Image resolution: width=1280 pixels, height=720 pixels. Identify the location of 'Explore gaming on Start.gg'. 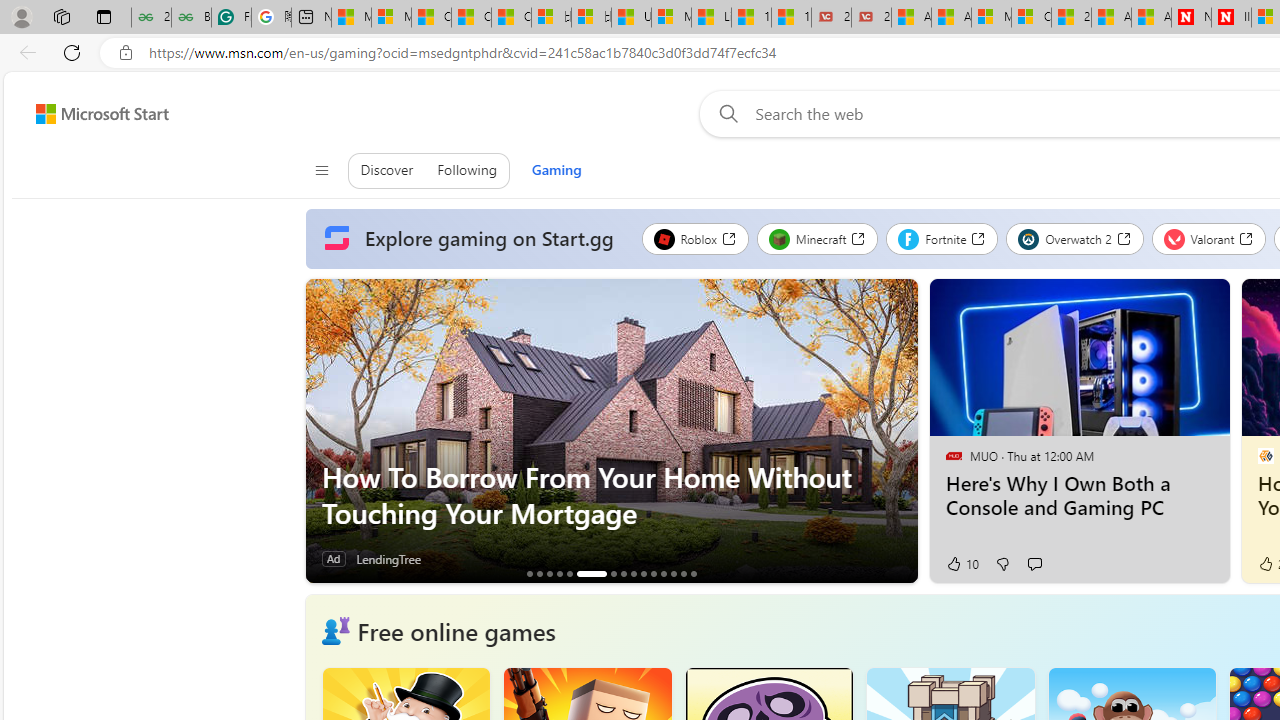
(472, 238).